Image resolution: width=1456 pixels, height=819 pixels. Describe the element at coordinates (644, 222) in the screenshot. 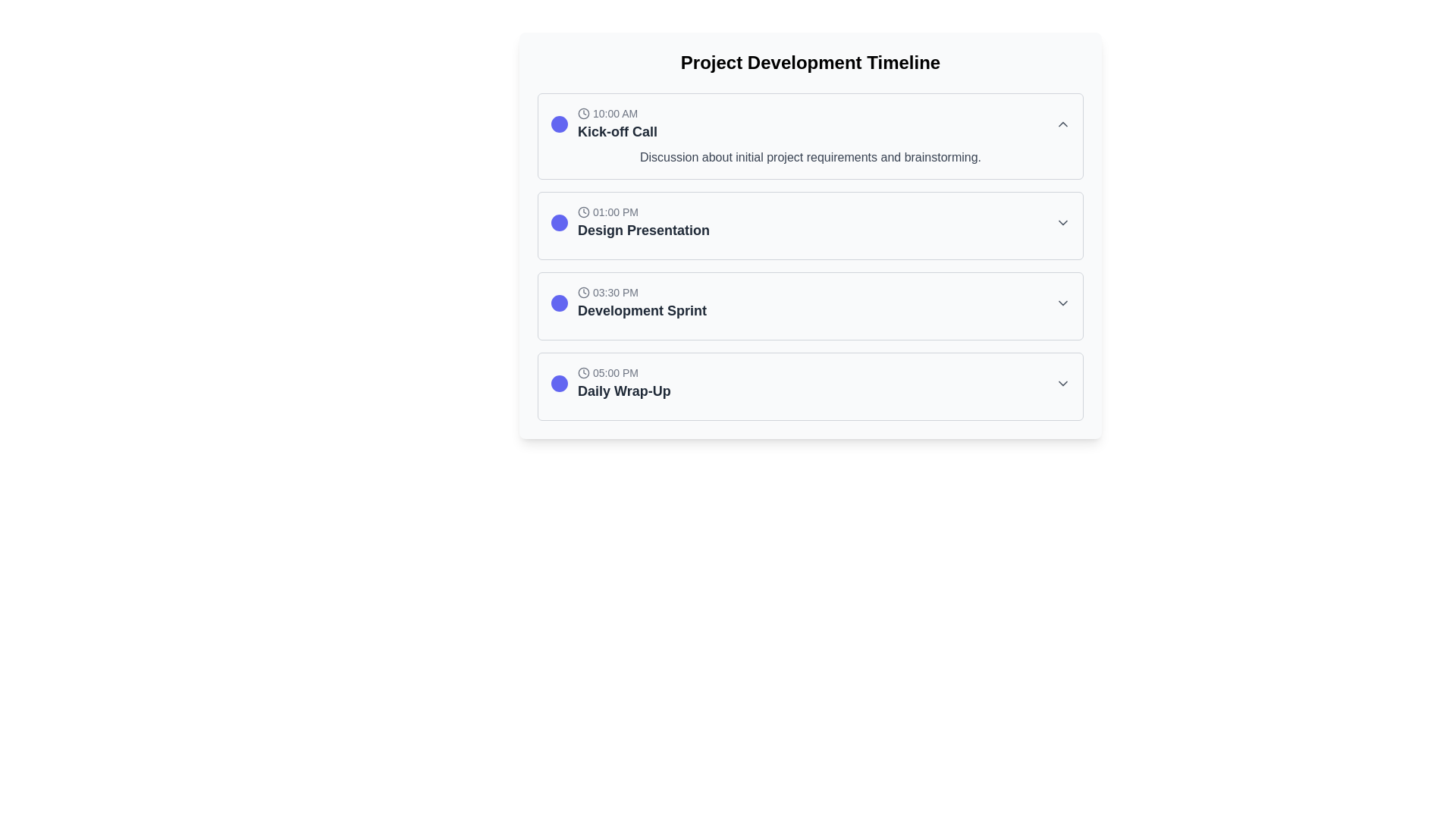

I see `the Text block displaying '01:00 PM' and 'Design Presentation' for accessibility purposes` at that location.